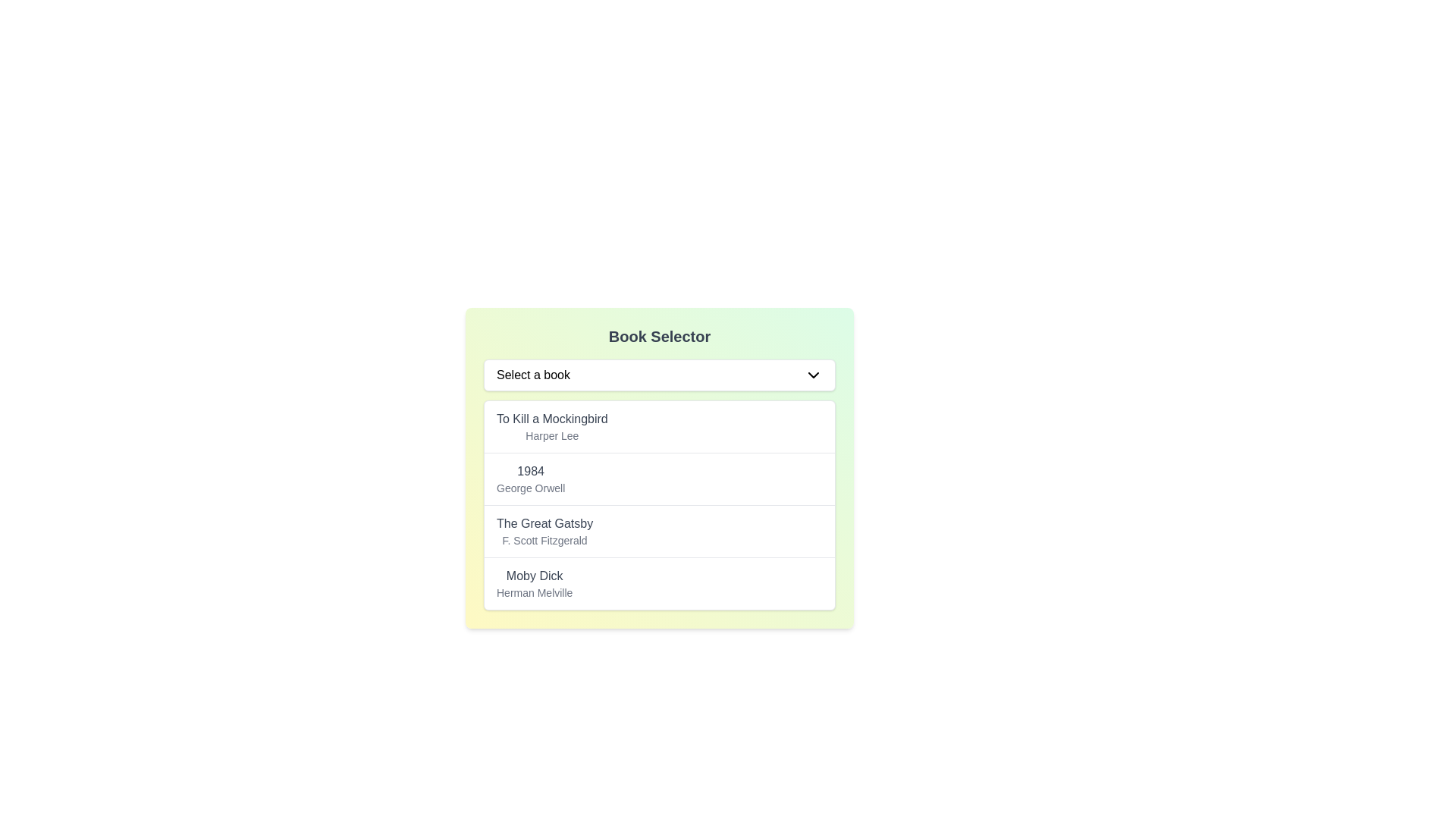 The height and width of the screenshot is (819, 1456). Describe the element at coordinates (659, 529) in the screenshot. I see `the list item displaying 'The Great Gatsby' in the 'Book Selector' drop-down menu` at that location.